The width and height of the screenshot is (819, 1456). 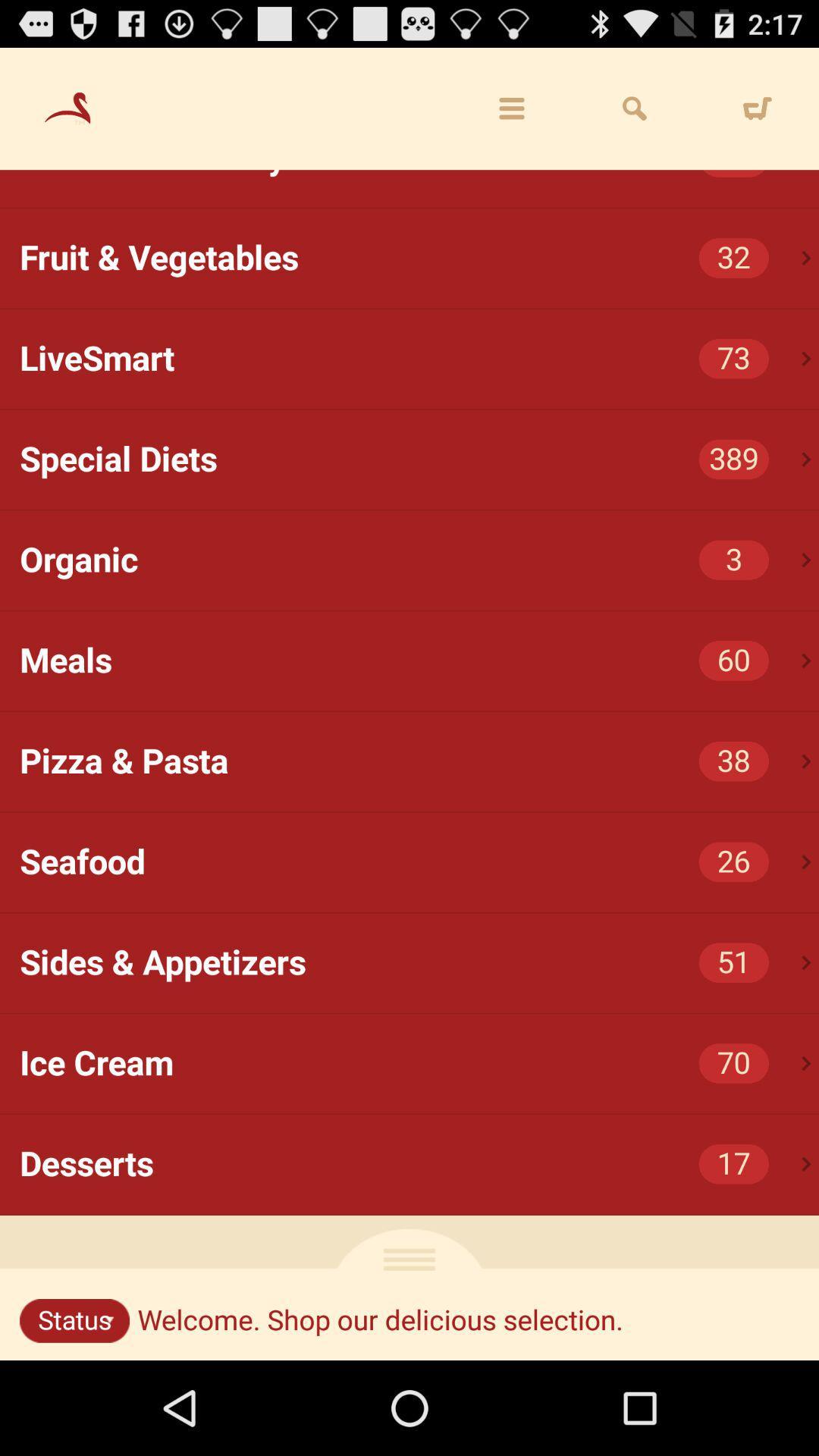 I want to click on the item to the right of the 17 icon, so click(x=805, y=1163).